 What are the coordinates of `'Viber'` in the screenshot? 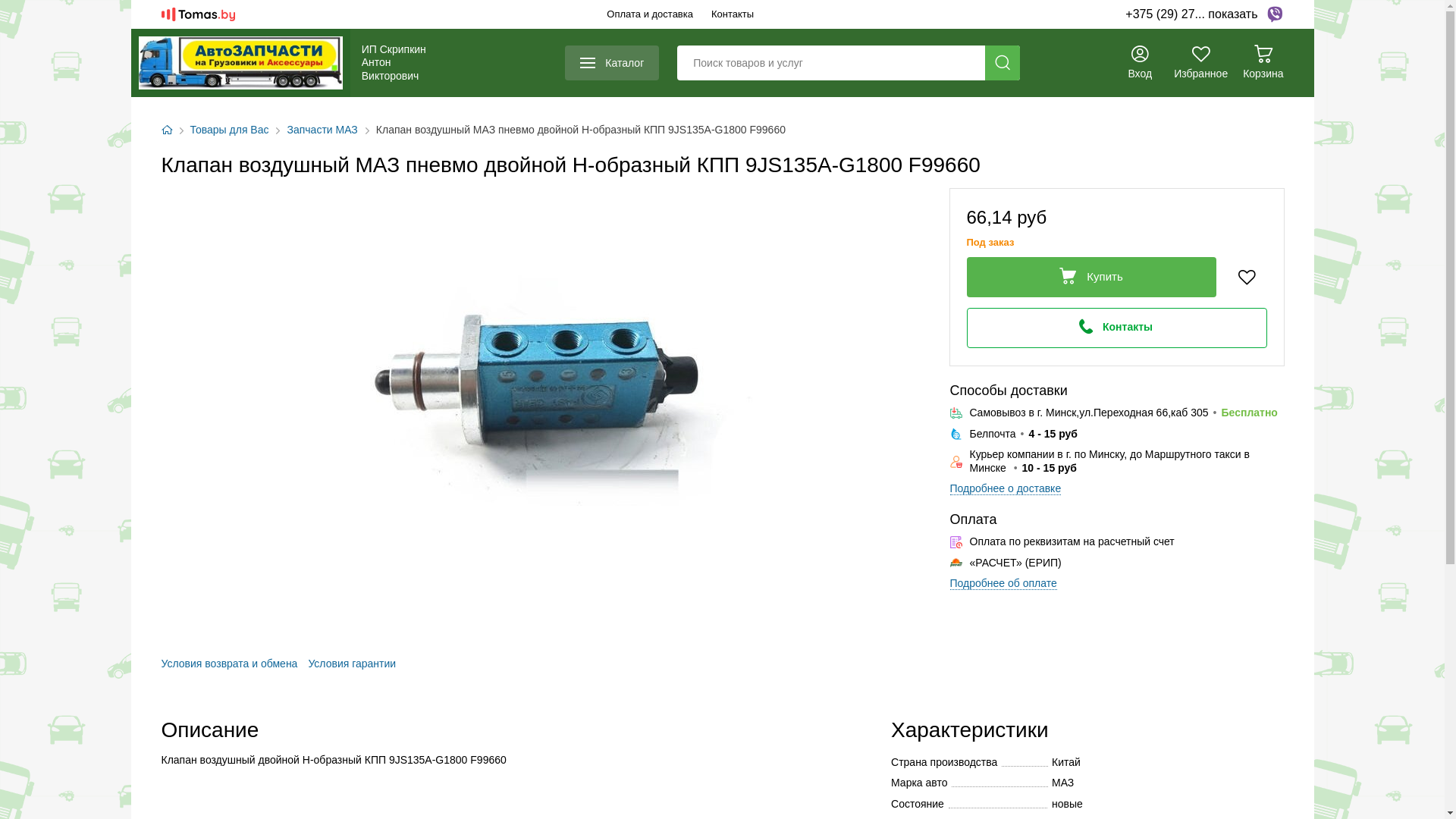 It's located at (1274, 14).